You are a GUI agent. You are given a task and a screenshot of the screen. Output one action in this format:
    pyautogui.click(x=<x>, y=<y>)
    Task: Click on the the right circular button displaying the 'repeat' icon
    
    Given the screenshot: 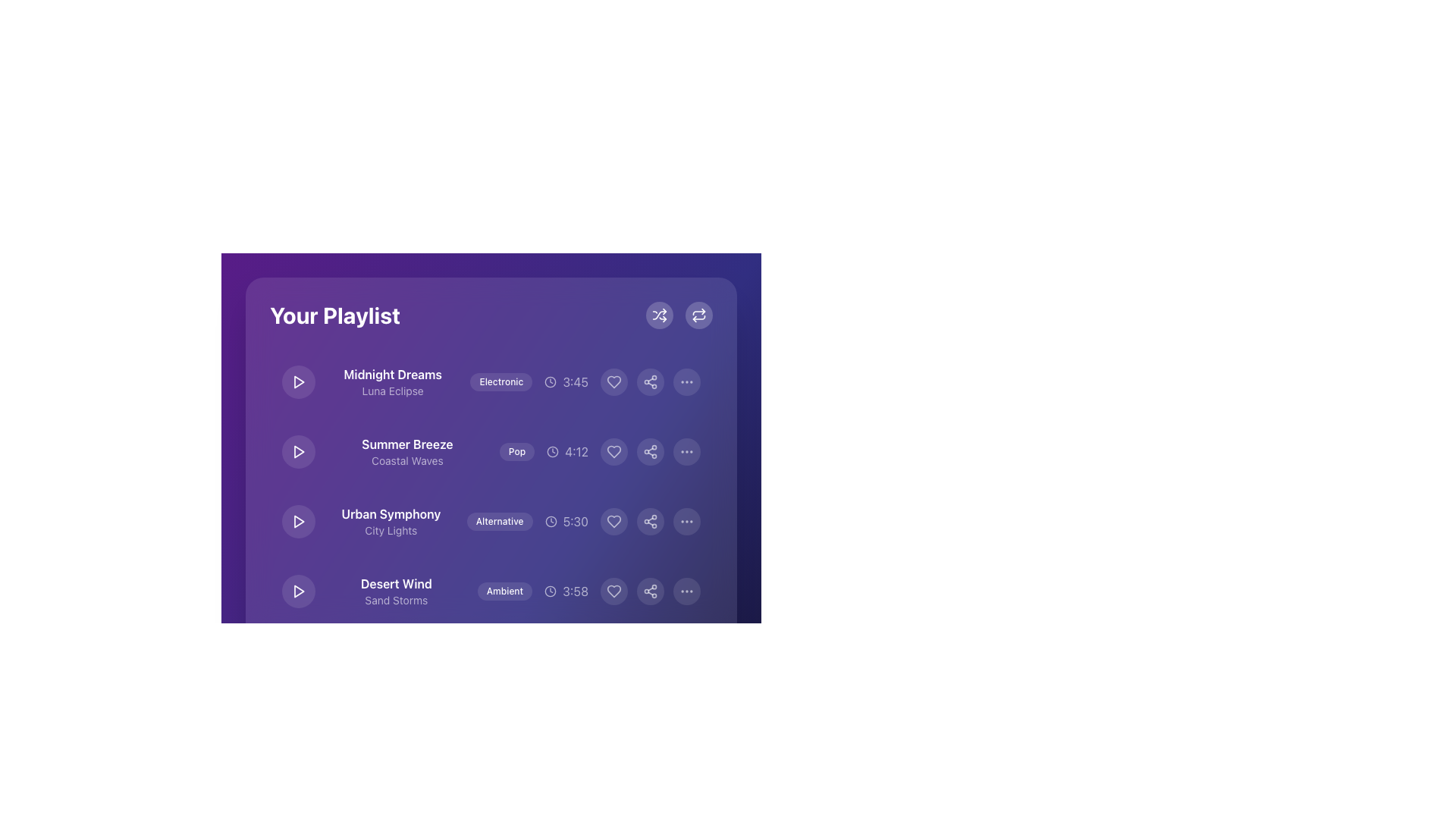 What is the action you would take?
    pyautogui.click(x=679, y=315)
    